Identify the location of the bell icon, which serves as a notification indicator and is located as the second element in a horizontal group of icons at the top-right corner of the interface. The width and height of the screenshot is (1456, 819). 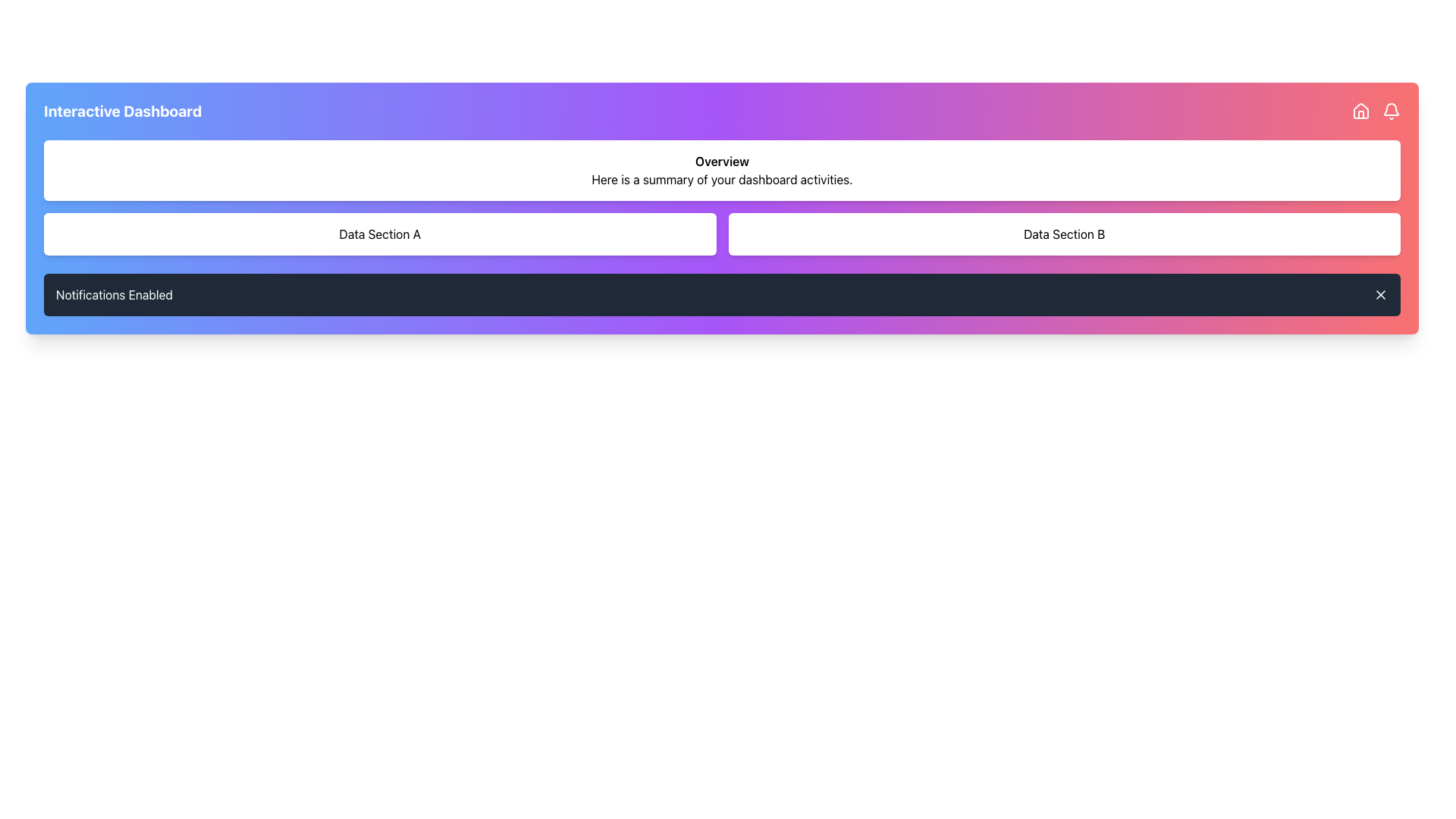
(1391, 110).